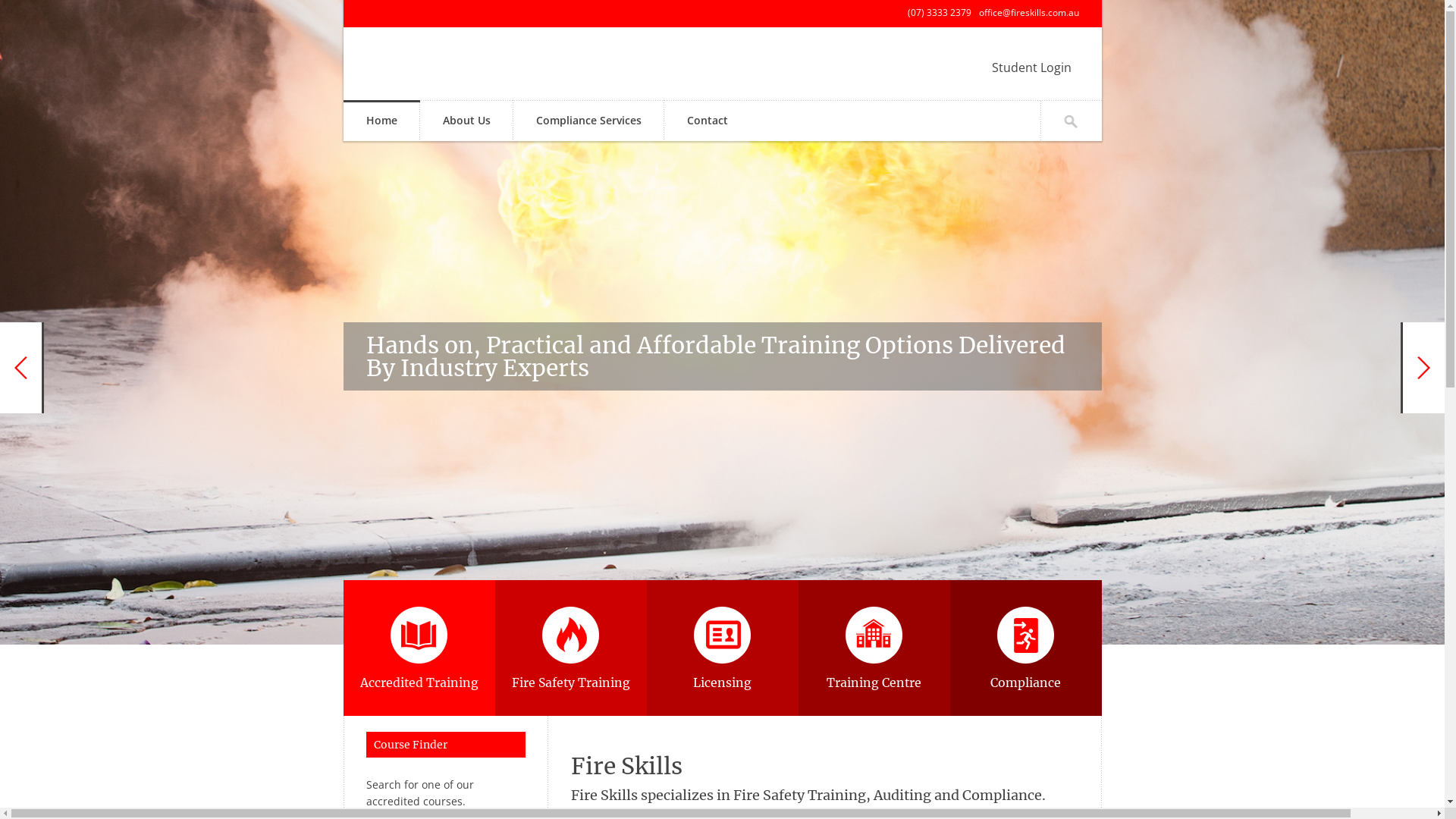  What do you see at coordinates (938, 12) in the screenshot?
I see `'(07) 3333 2379'` at bounding box center [938, 12].